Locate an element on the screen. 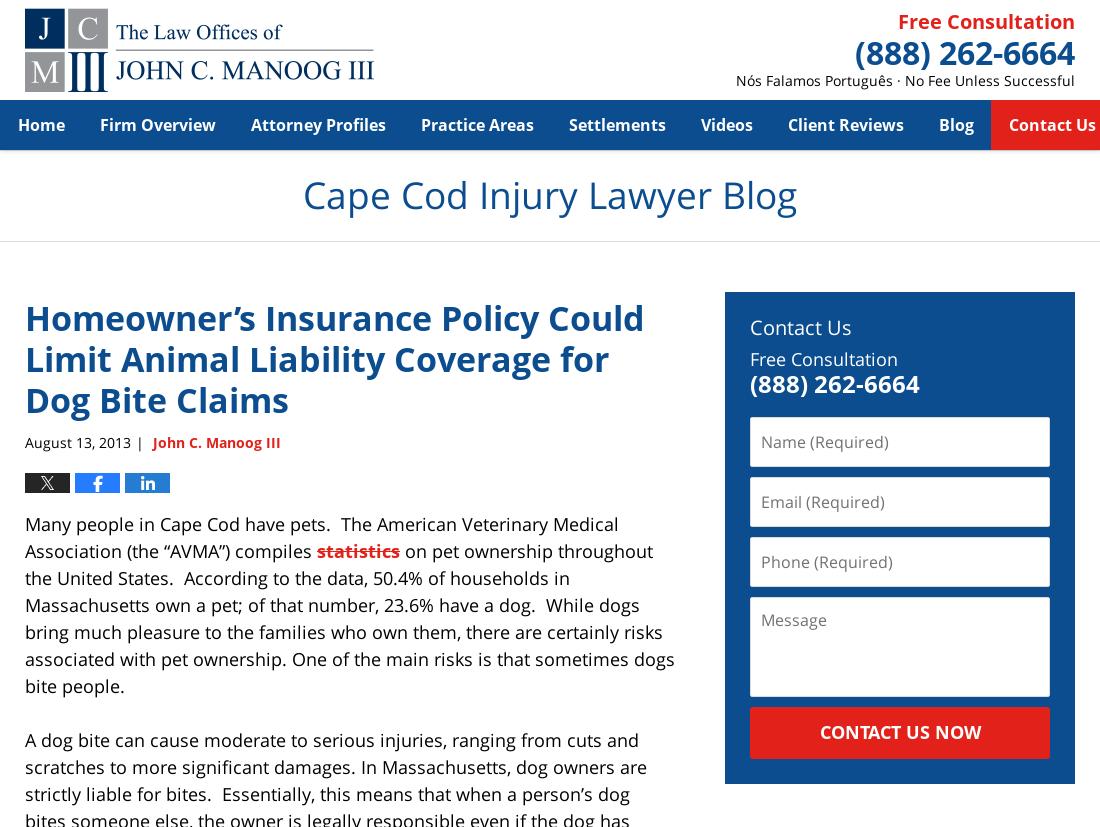 This screenshot has width=1100, height=827. 'Videos' is located at coordinates (725, 123).